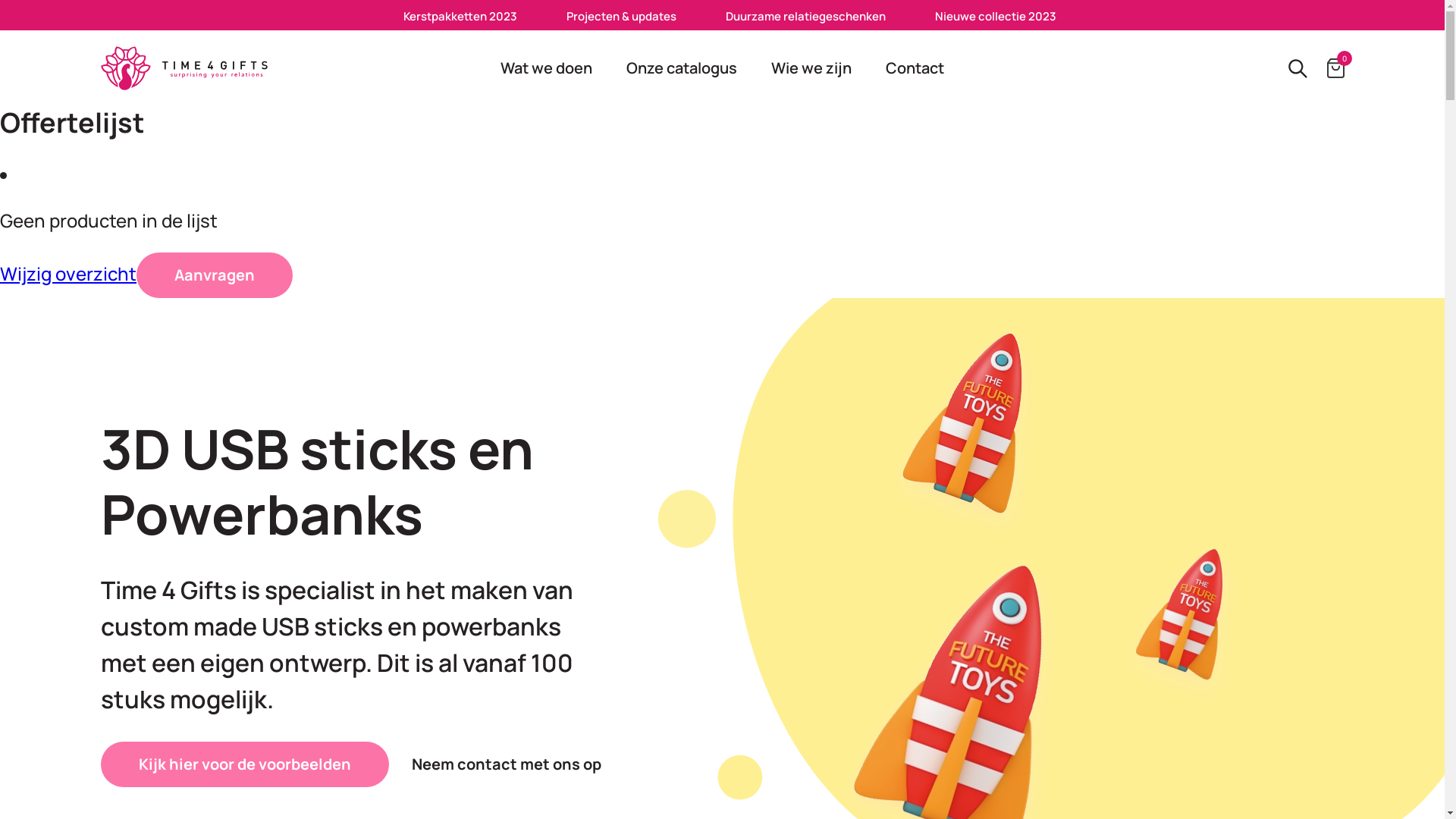 The height and width of the screenshot is (819, 1456). I want to click on 'Nieuwe collectie 2023', so click(934, 16).